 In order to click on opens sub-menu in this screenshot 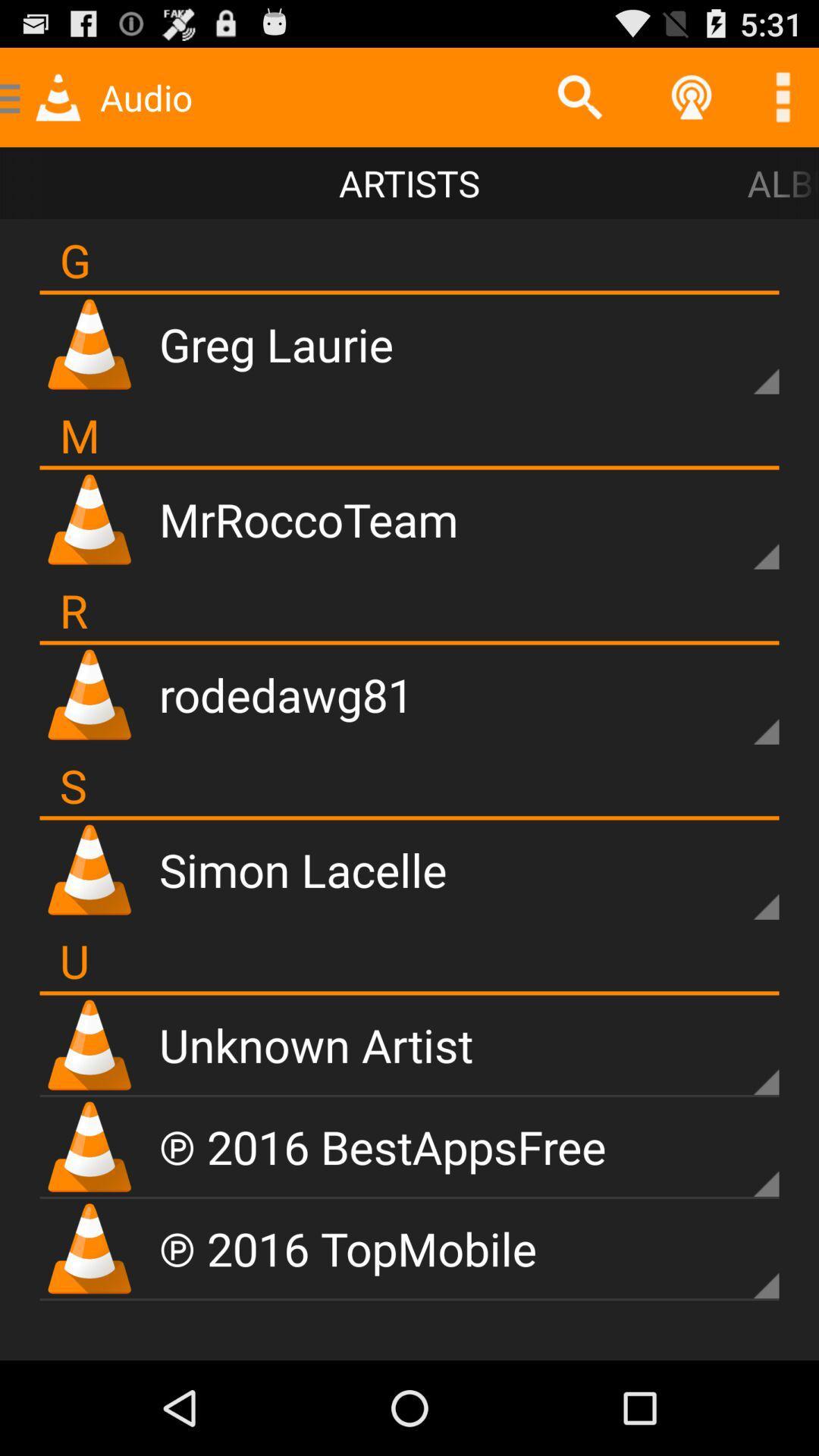, I will do `click(739, 881)`.